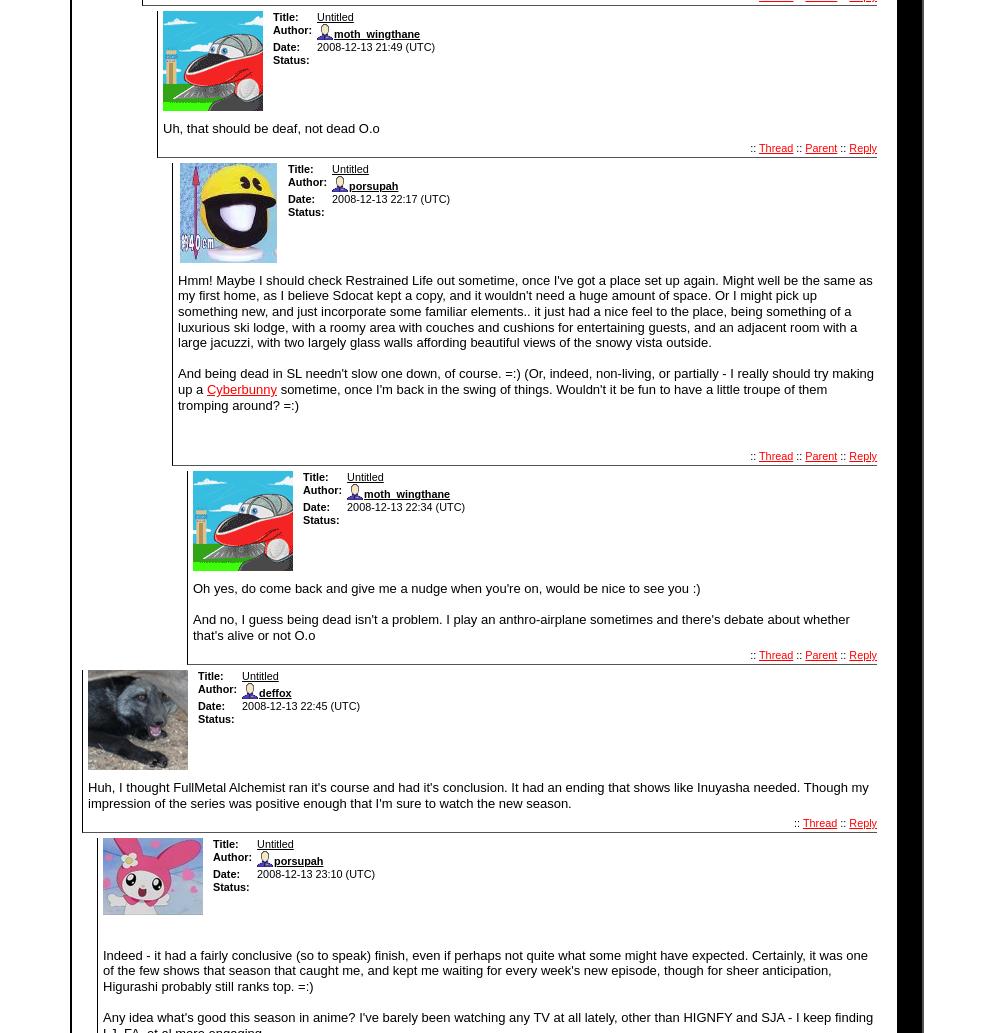  What do you see at coordinates (376, 45) in the screenshot?
I see `'2008-12-13 21:49 (UTC)'` at bounding box center [376, 45].